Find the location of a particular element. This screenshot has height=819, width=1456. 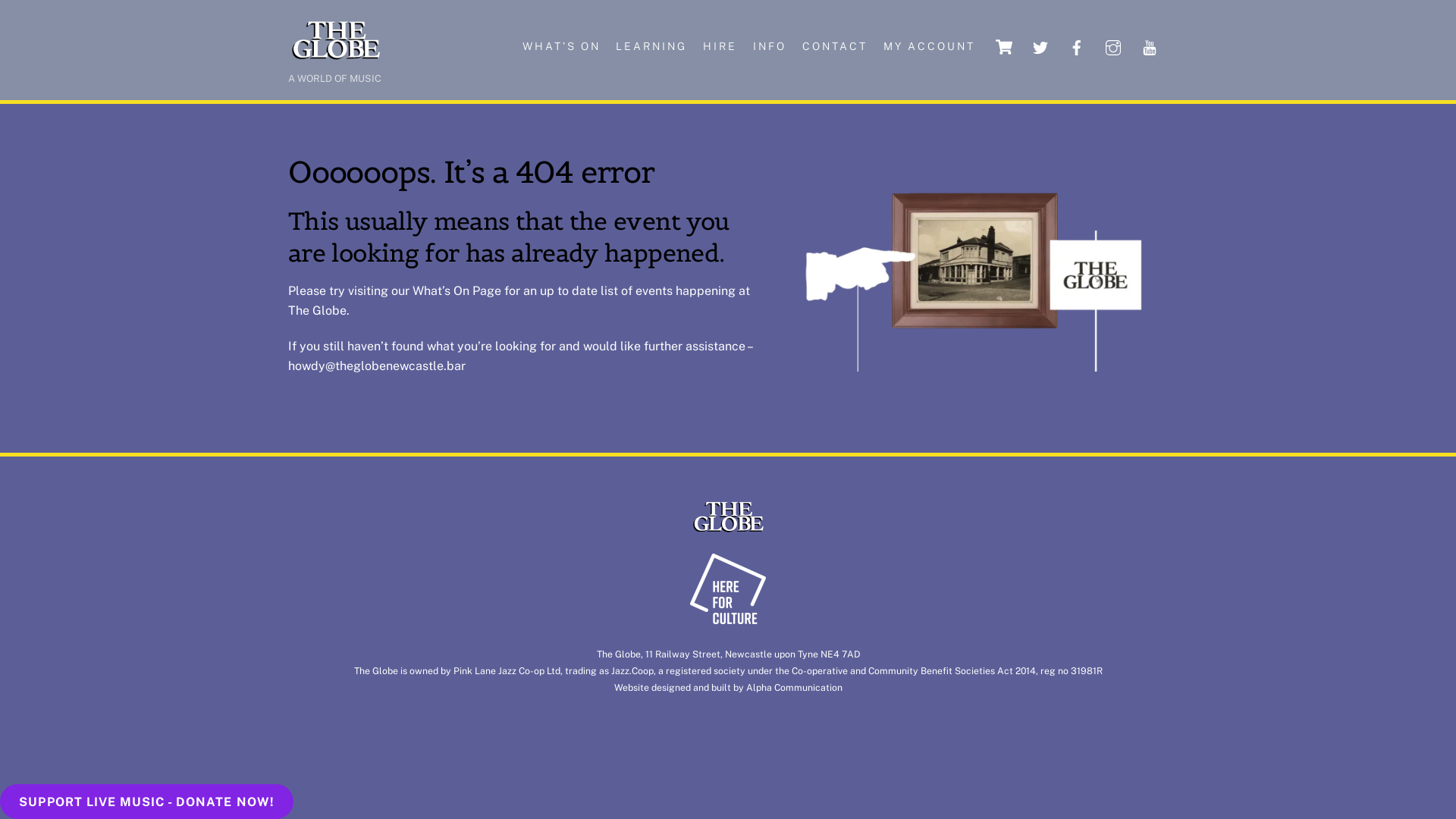

'Jazz.Coop' is located at coordinates (632, 670).